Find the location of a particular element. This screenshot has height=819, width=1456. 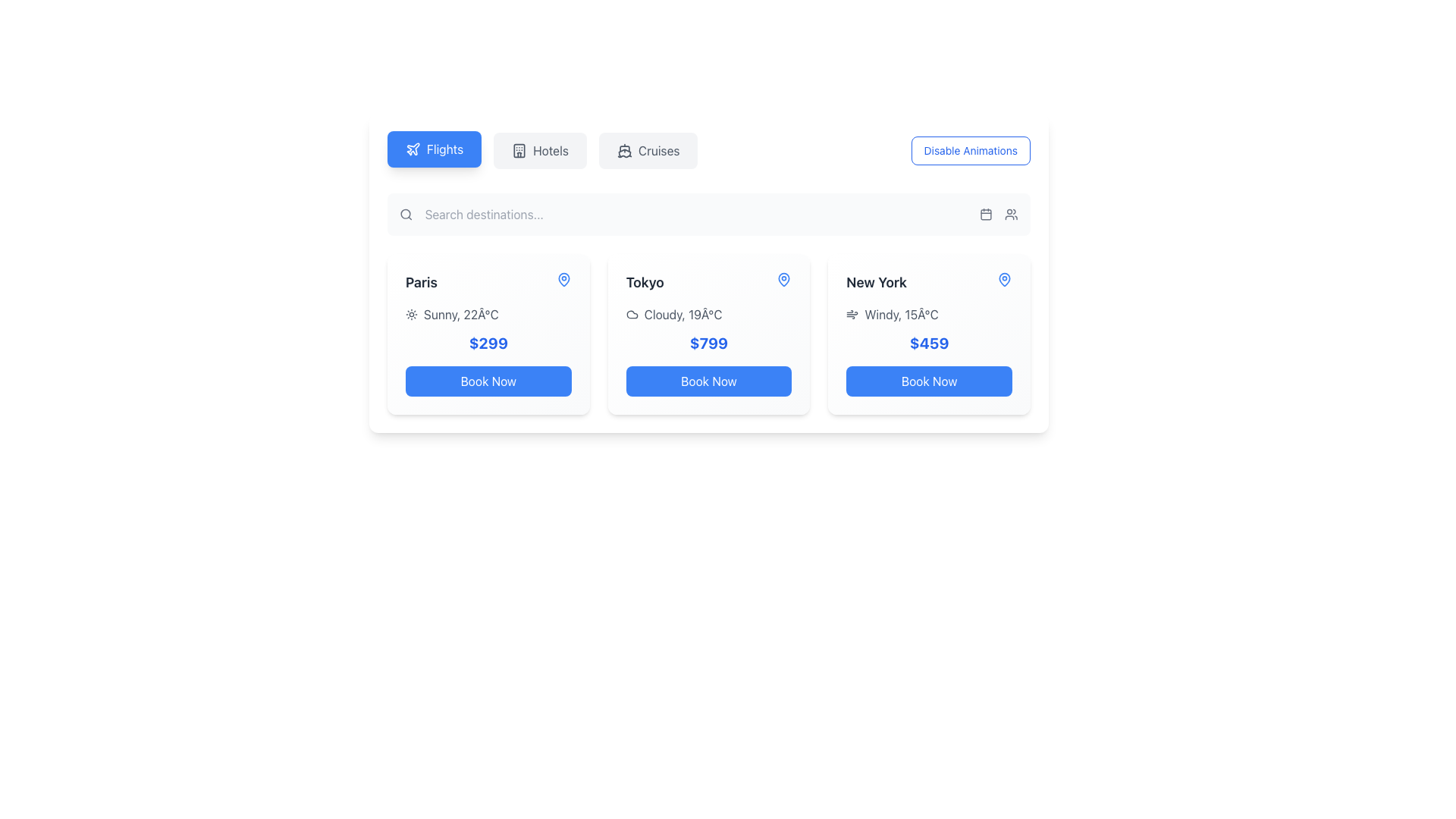

the windy conditions icon located in the New York card, to the left of the text 'Windy, 15°C' is located at coordinates (852, 314).